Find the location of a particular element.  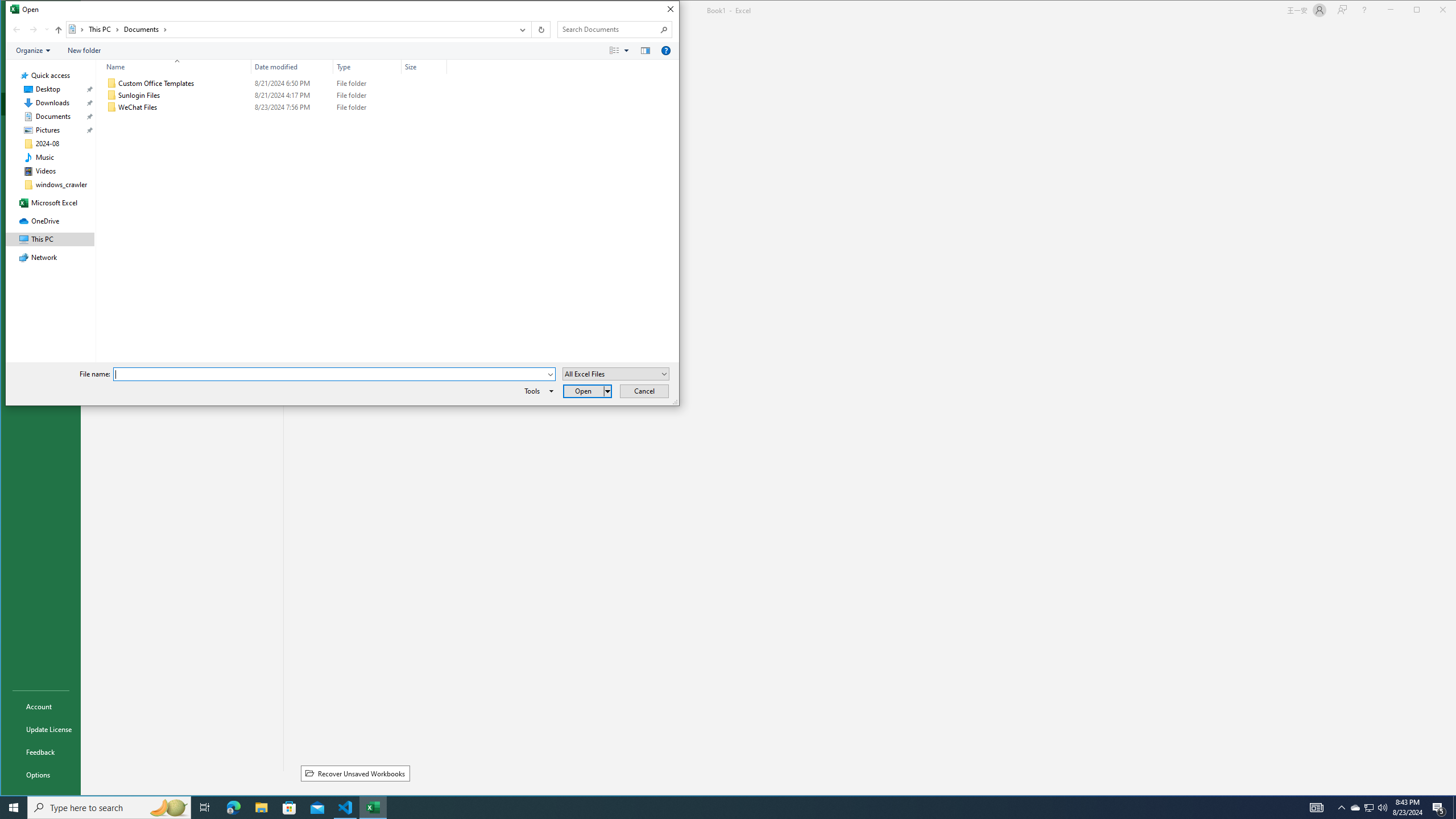

'View Slider' is located at coordinates (626, 50).